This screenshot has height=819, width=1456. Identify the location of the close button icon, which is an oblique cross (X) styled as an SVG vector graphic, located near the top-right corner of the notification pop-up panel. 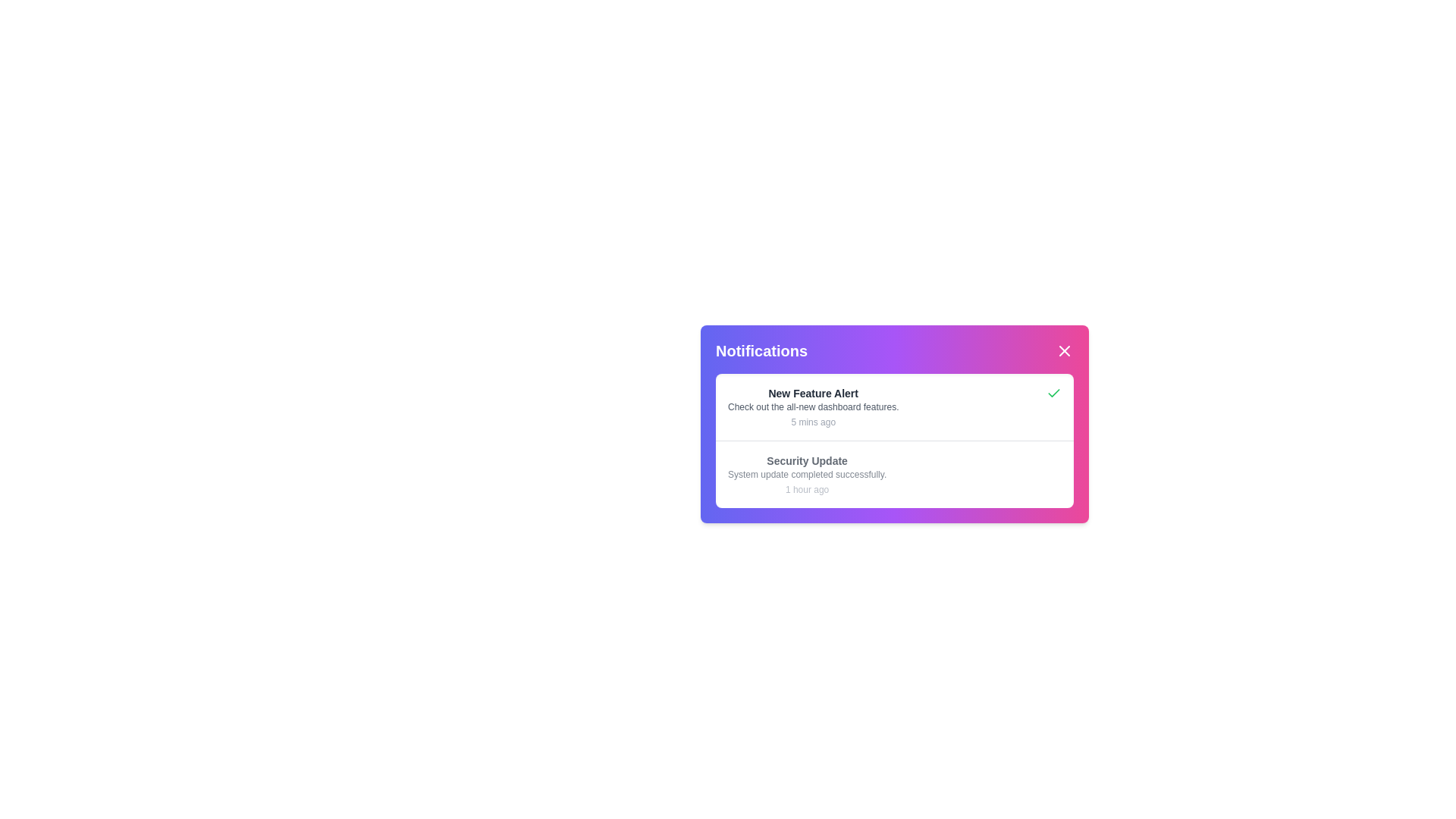
(1063, 350).